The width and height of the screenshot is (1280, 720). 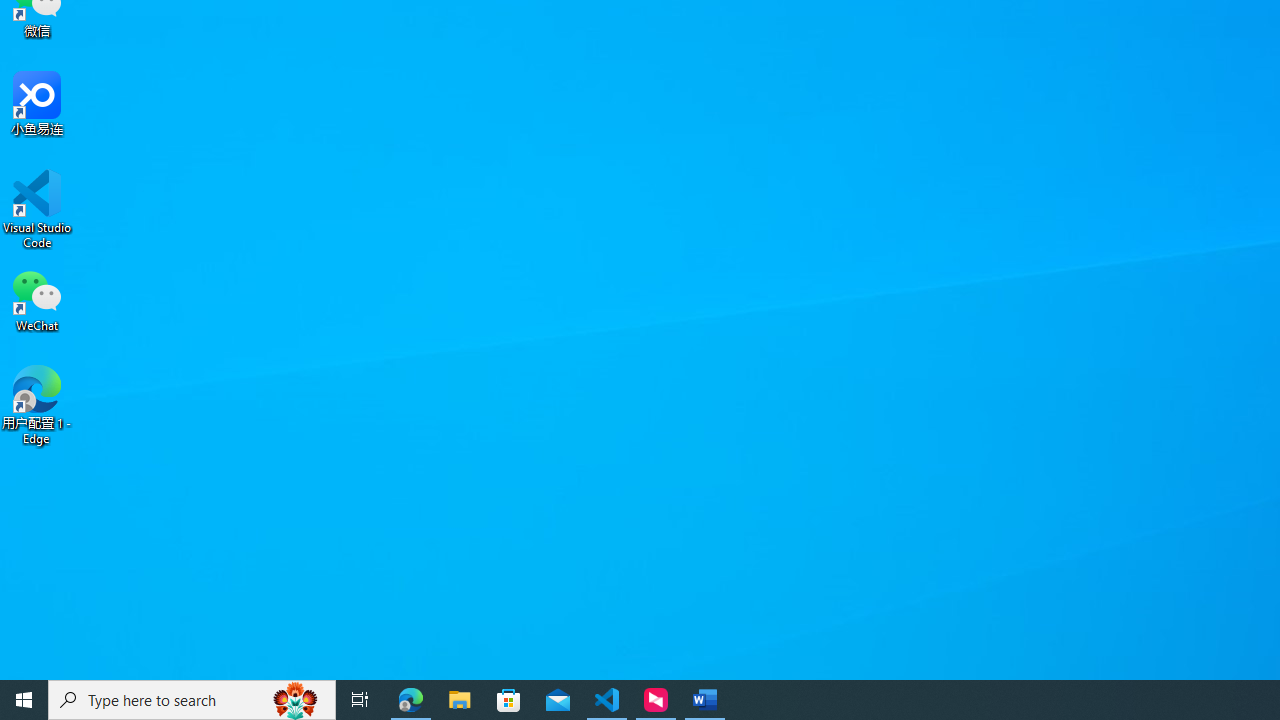 What do you see at coordinates (459, 698) in the screenshot?
I see `'File Explorer'` at bounding box center [459, 698].